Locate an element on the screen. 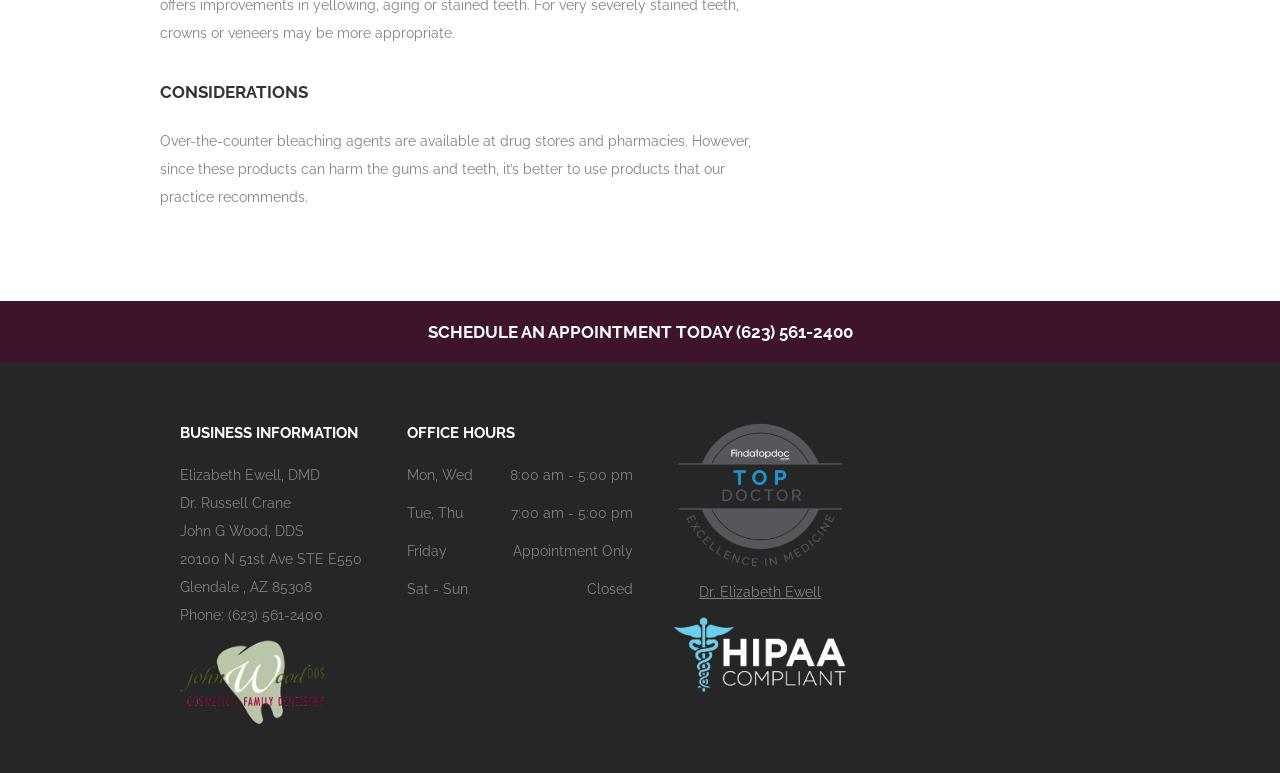 The image size is (1280, 773). '7:00 am' is located at coordinates (509, 512).